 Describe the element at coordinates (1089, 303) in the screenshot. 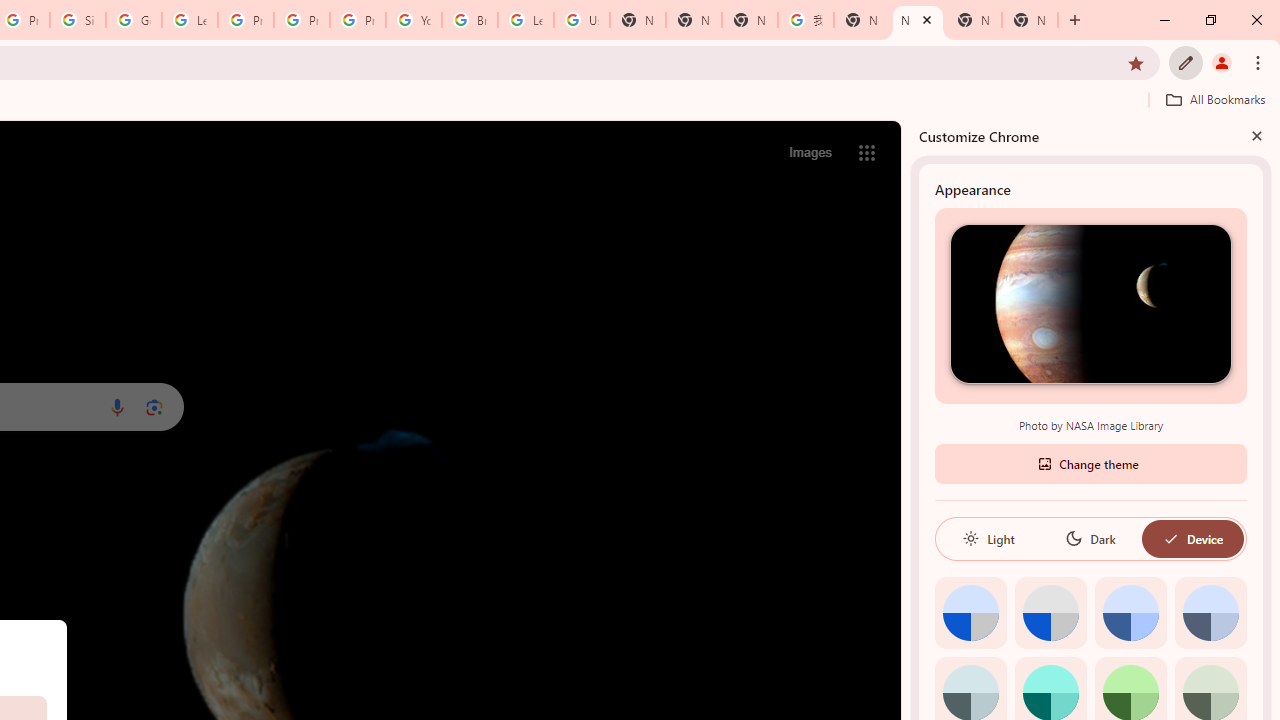

I see `'Photo by NASA Image Library'` at that location.